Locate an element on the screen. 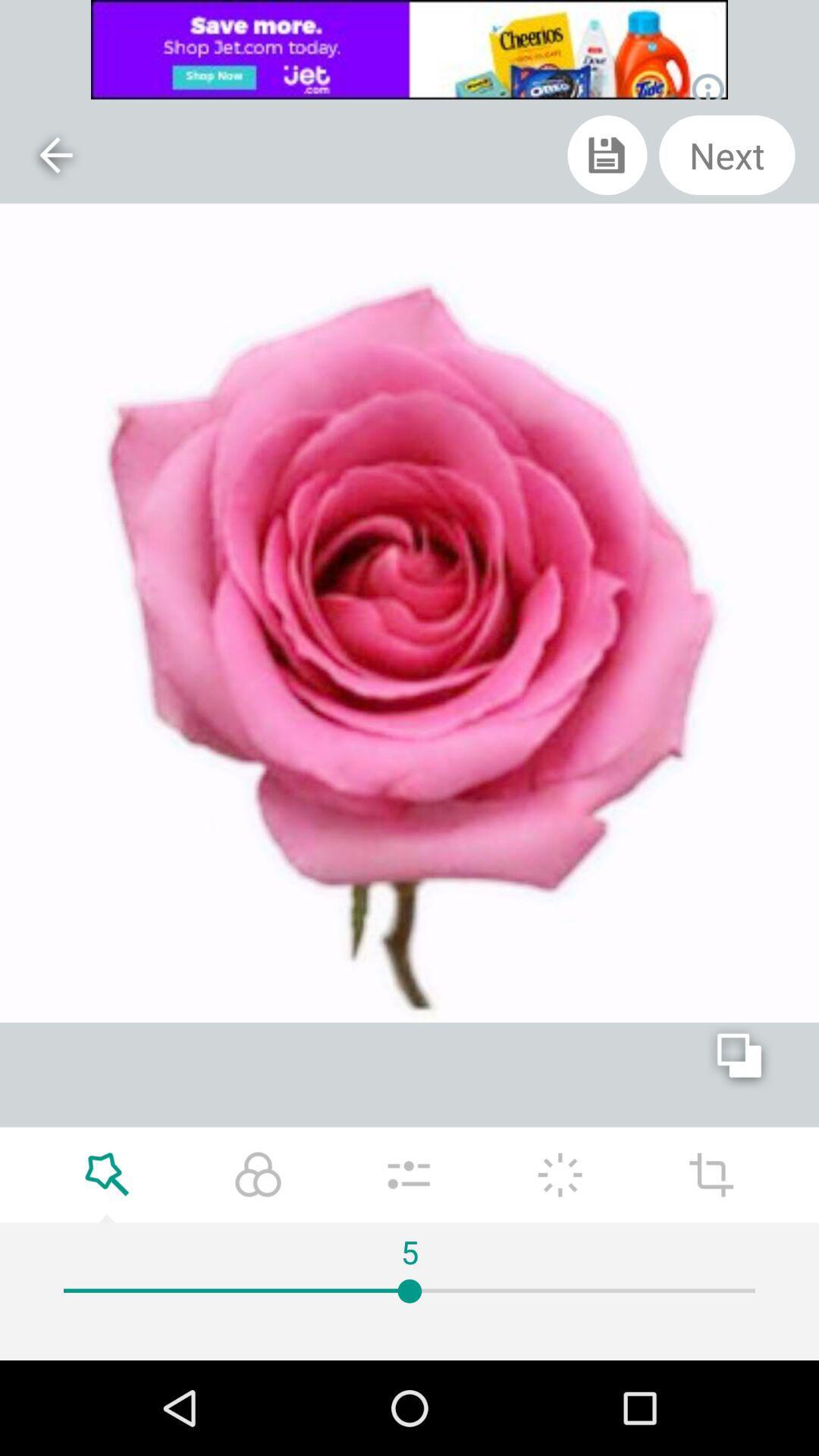  open an advertisements is located at coordinates (409, 49).